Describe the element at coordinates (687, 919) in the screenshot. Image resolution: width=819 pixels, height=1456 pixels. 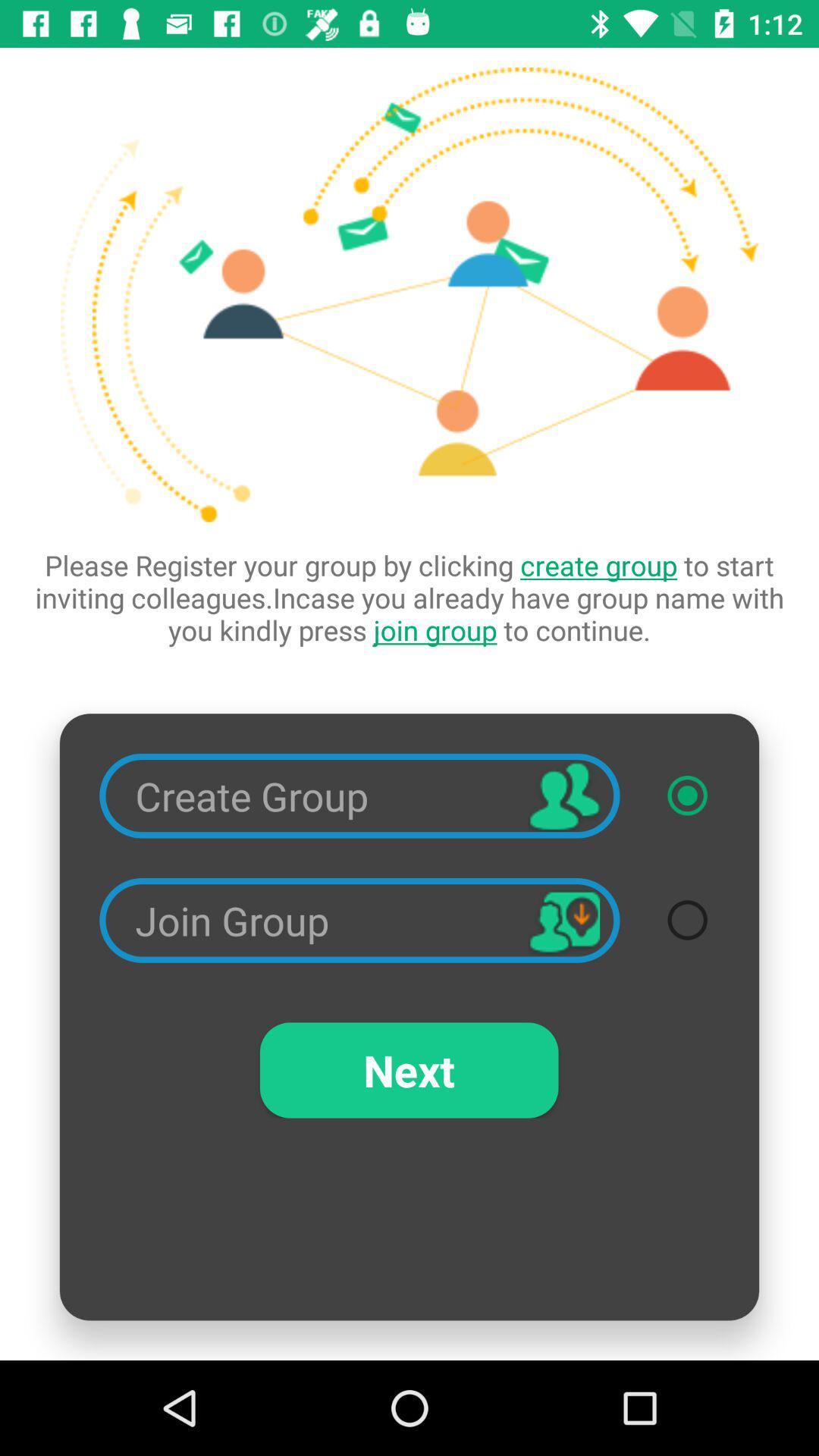
I see `join` at that location.